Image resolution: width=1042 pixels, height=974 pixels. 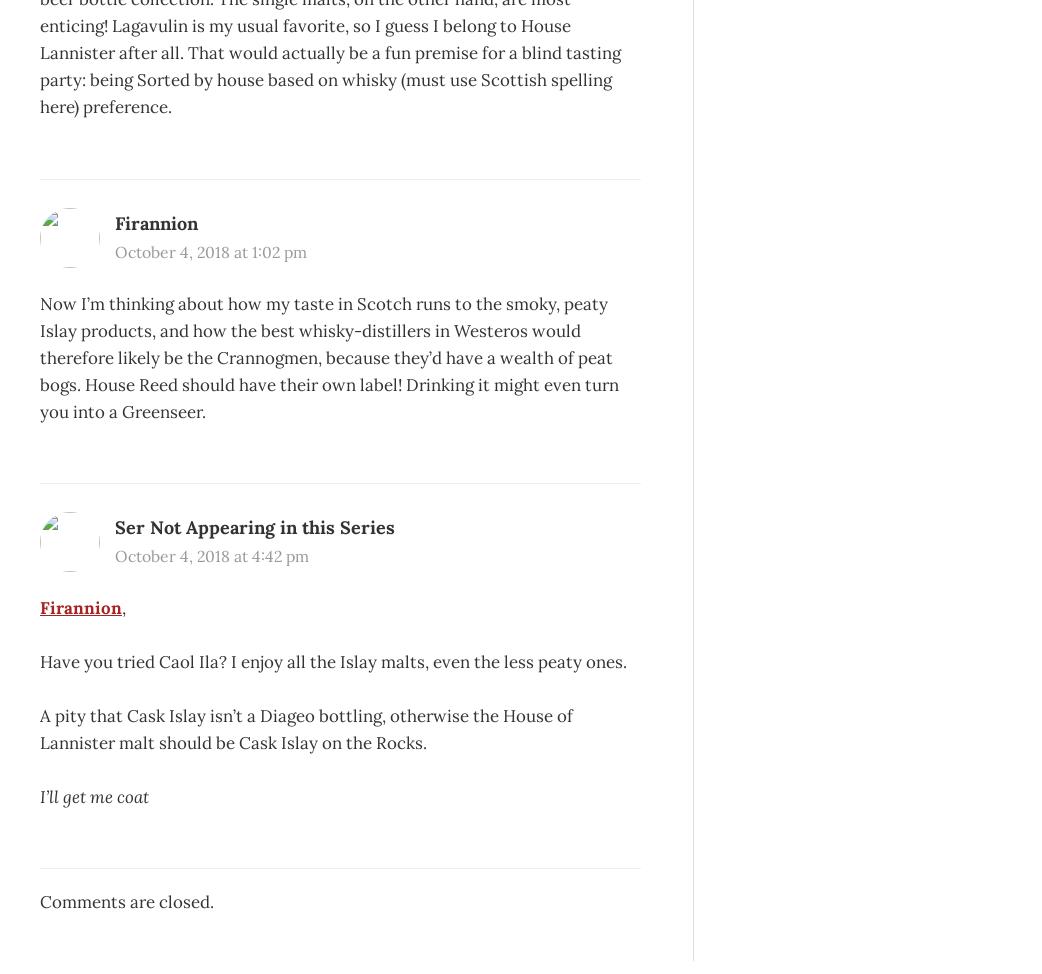 What do you see at coordinates (115, 555) in the screenshot?
I see `'October 4, 2018 at 4:42 pm'` at bounding box center [115, 555].